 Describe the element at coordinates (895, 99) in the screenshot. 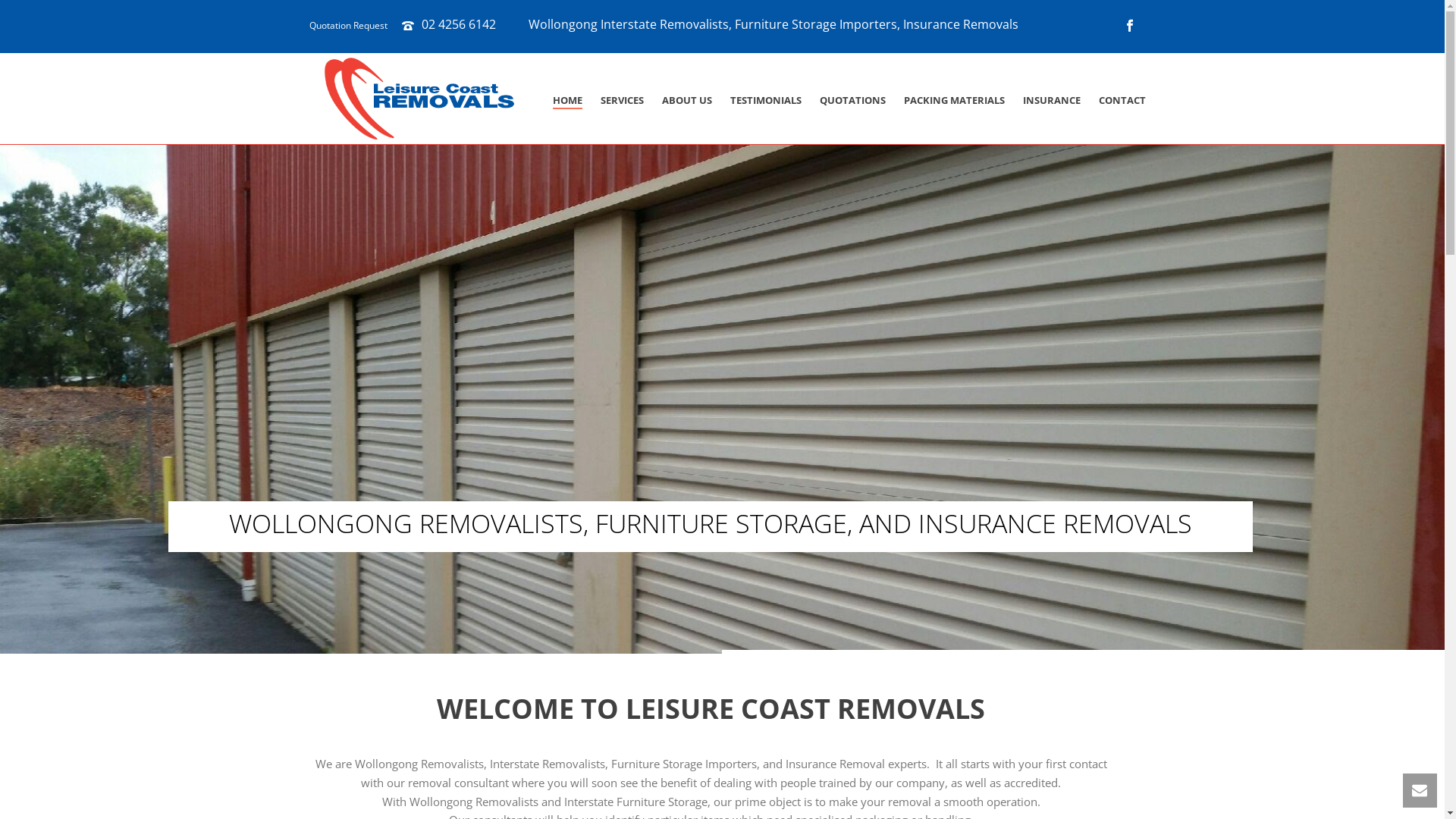

I see `'PACKING MATERIALS'` at that location.